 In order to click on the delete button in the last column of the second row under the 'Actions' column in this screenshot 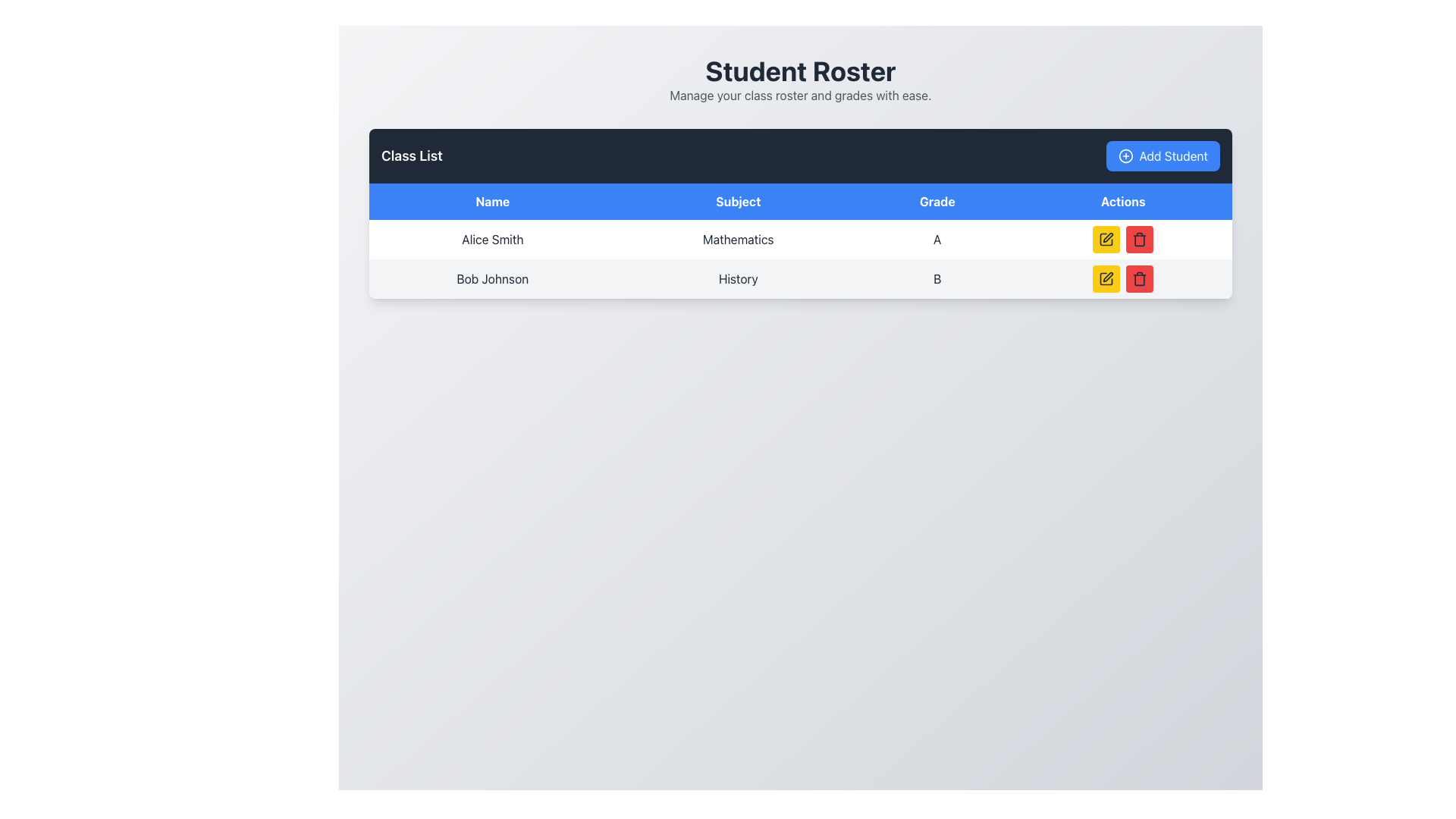, I will do `click(1140, 240)`.